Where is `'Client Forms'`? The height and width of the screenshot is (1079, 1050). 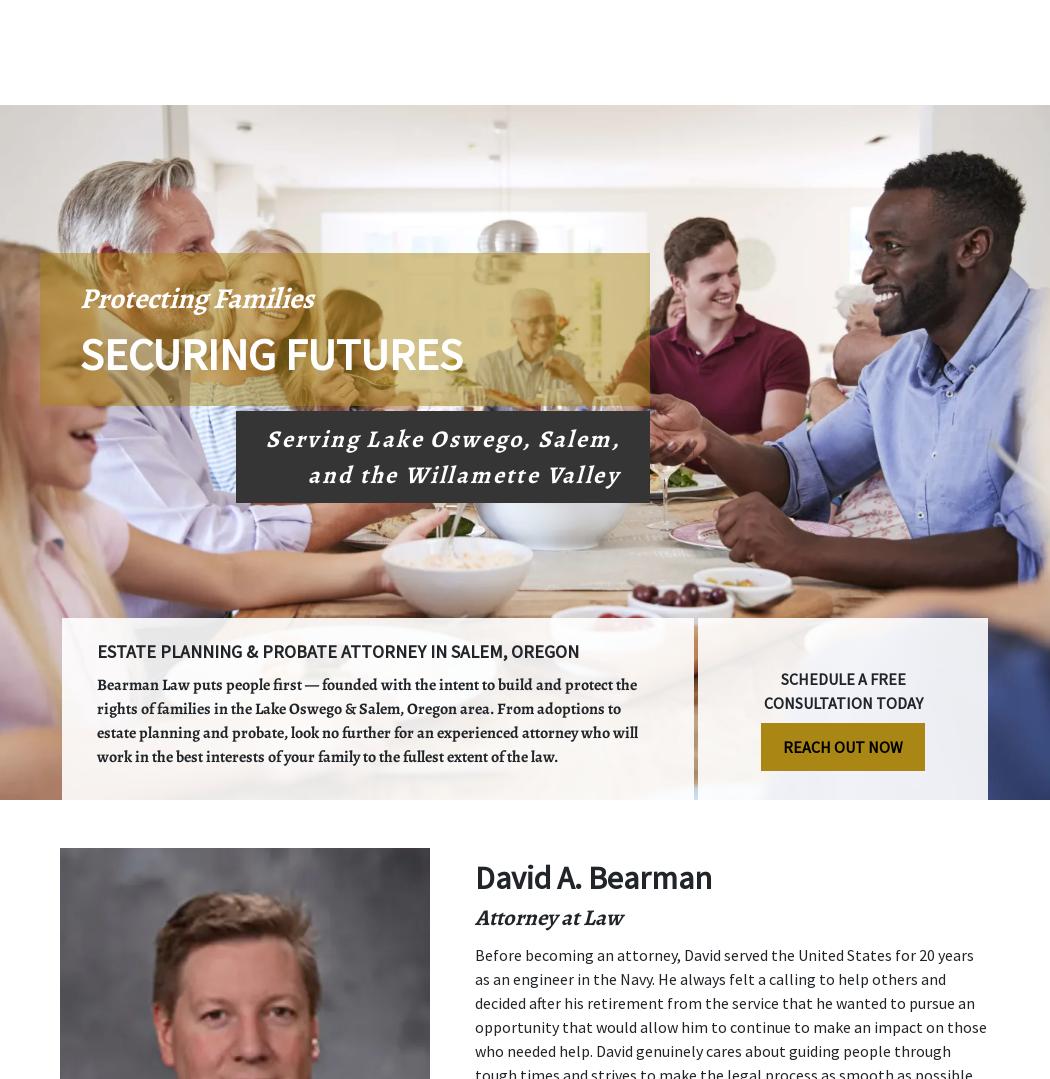 'Client Forms' is located at coordinates (724, 85).